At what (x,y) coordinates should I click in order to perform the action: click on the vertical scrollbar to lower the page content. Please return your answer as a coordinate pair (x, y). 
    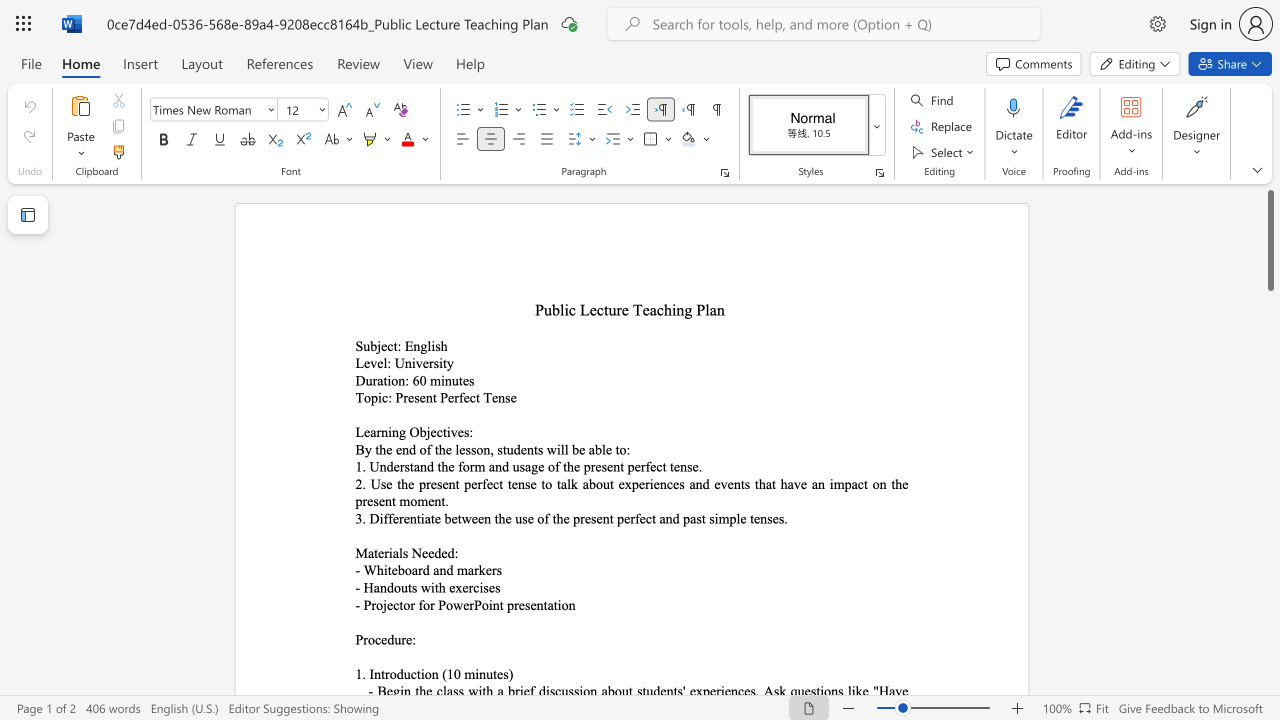
    Looking at the image, I should click on (1269, 380).